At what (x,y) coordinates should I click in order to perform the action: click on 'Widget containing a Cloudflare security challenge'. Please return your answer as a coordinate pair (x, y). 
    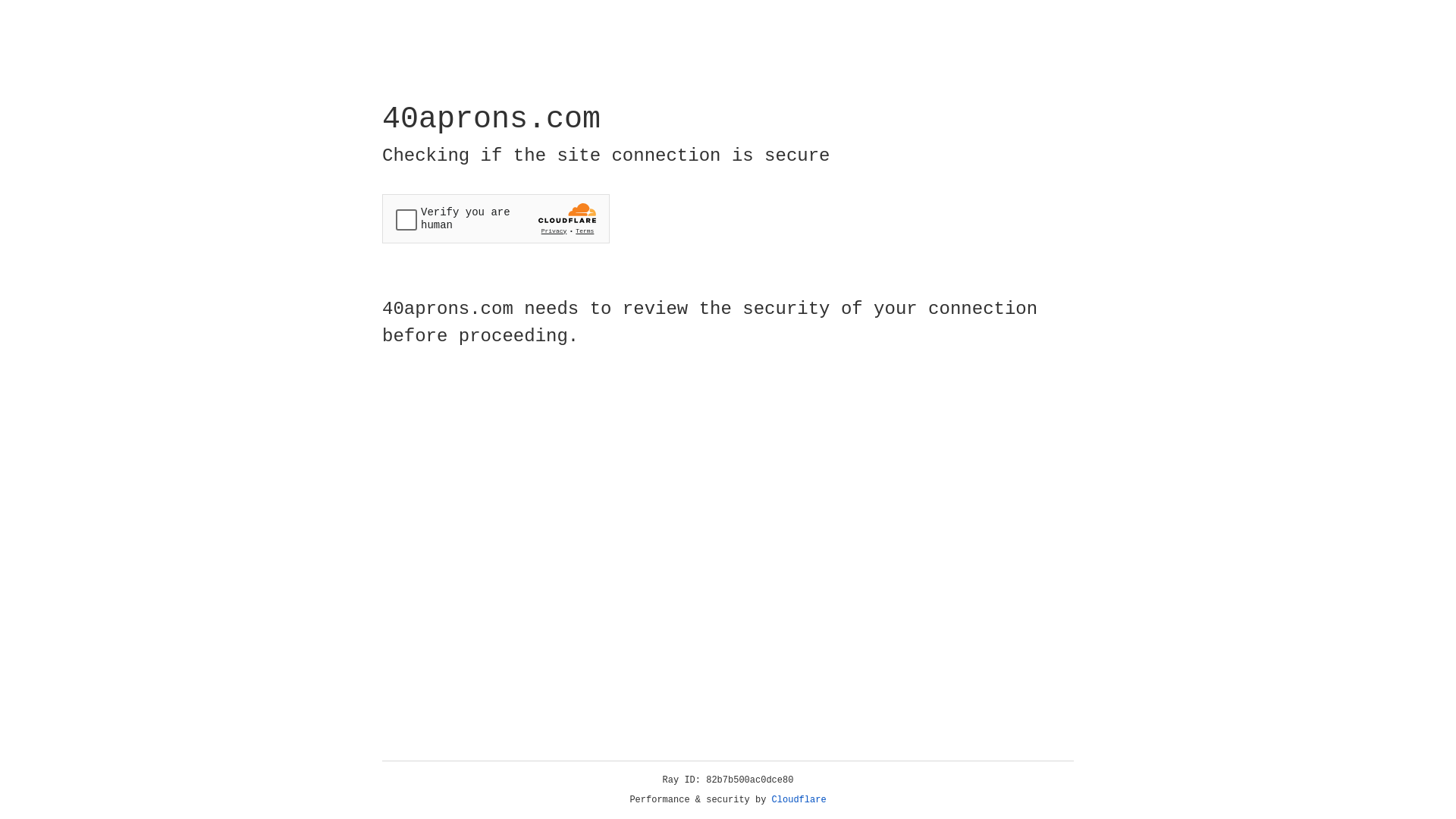
    Looking at the image, I should click on (495, 218).